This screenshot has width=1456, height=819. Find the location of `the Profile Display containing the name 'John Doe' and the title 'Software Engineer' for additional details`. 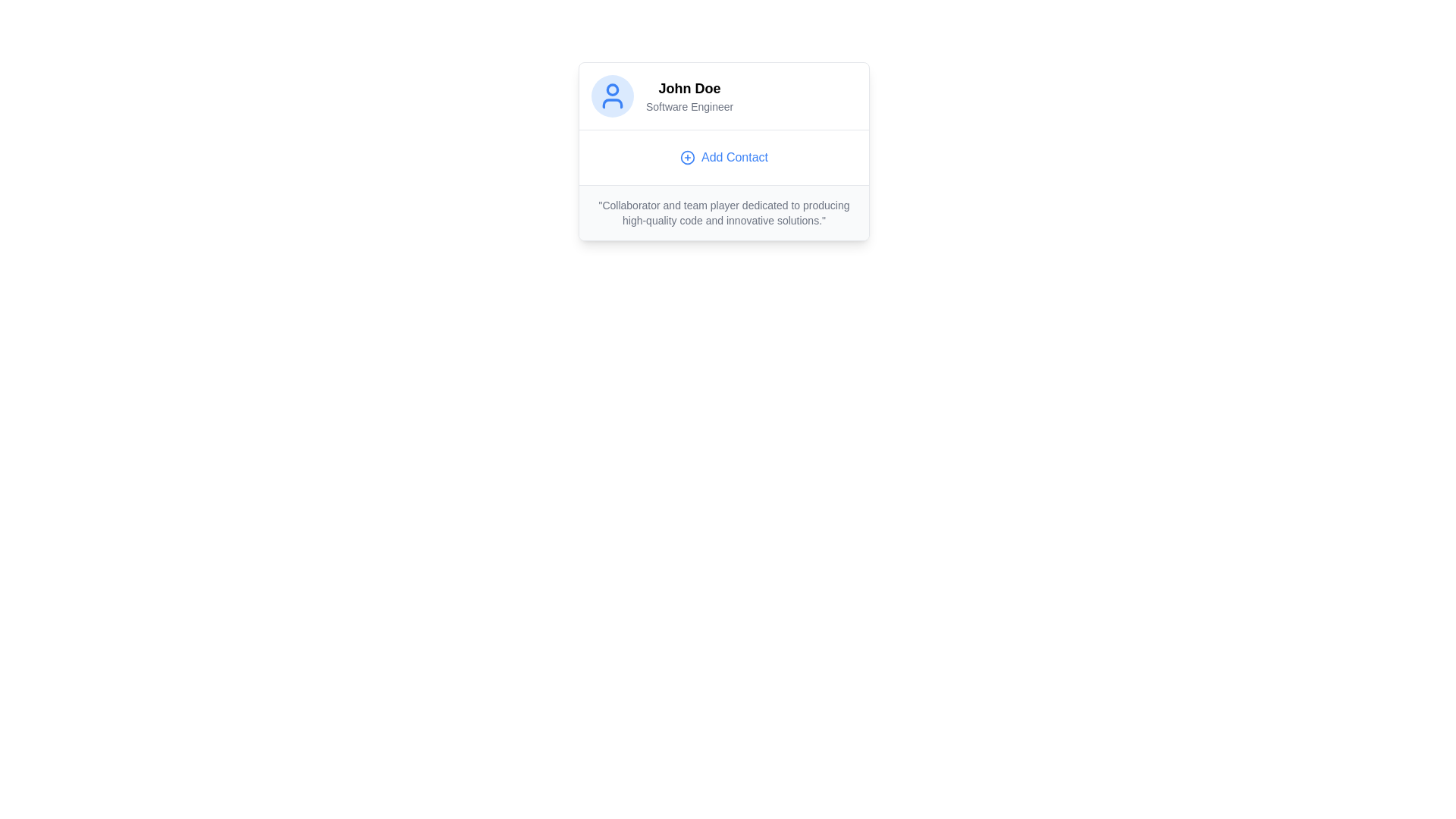

the Profile Display containing the name 'John Doe' and the title 'Software Engineer' for additional details is located at coordinates (723, 96).